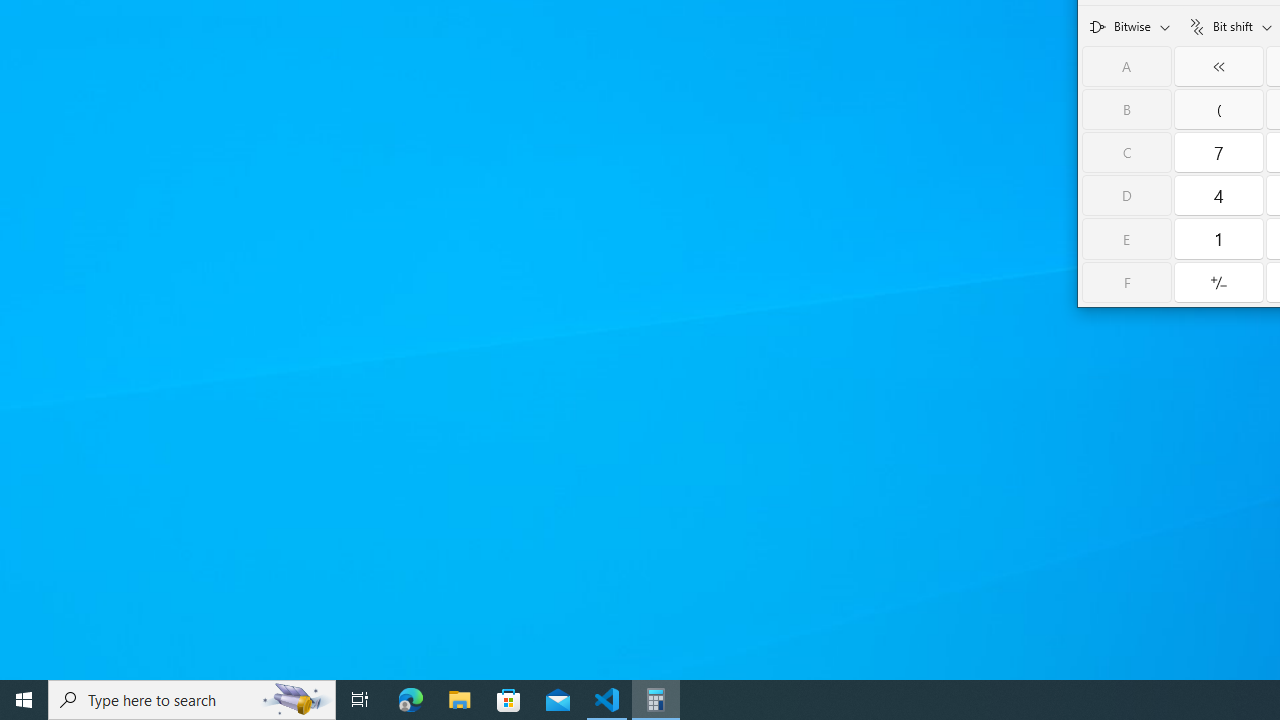  Describe the element at coordinates (656, 698) in the screenshot. I see `'Calculator - 1 running window'` at that location.